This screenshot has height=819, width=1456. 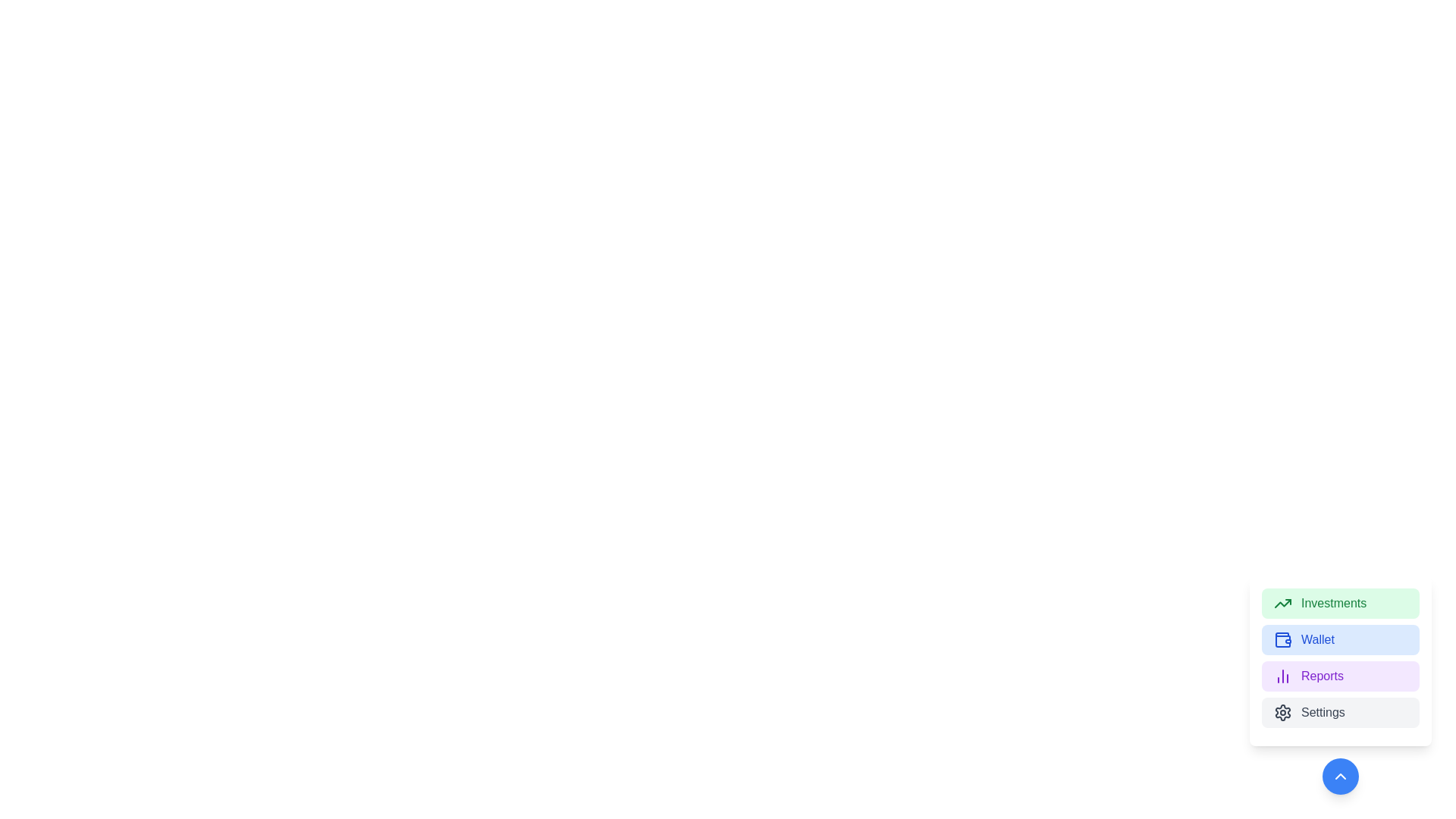 I want to click on the 'Wallet' button, so click(x=1340, y=640).